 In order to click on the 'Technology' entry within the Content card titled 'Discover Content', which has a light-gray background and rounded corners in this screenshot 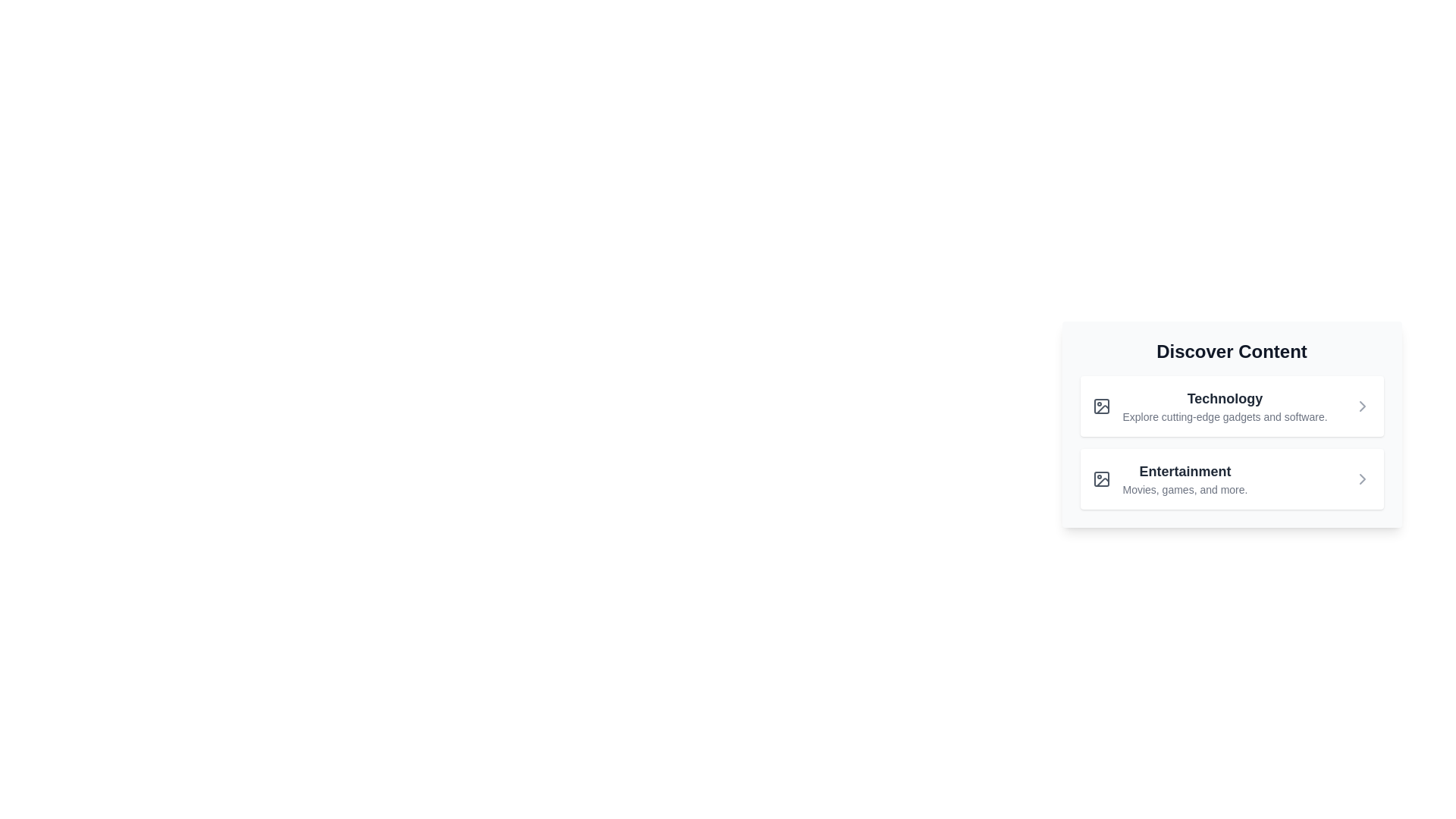, I will do `click(1232, 424)`.